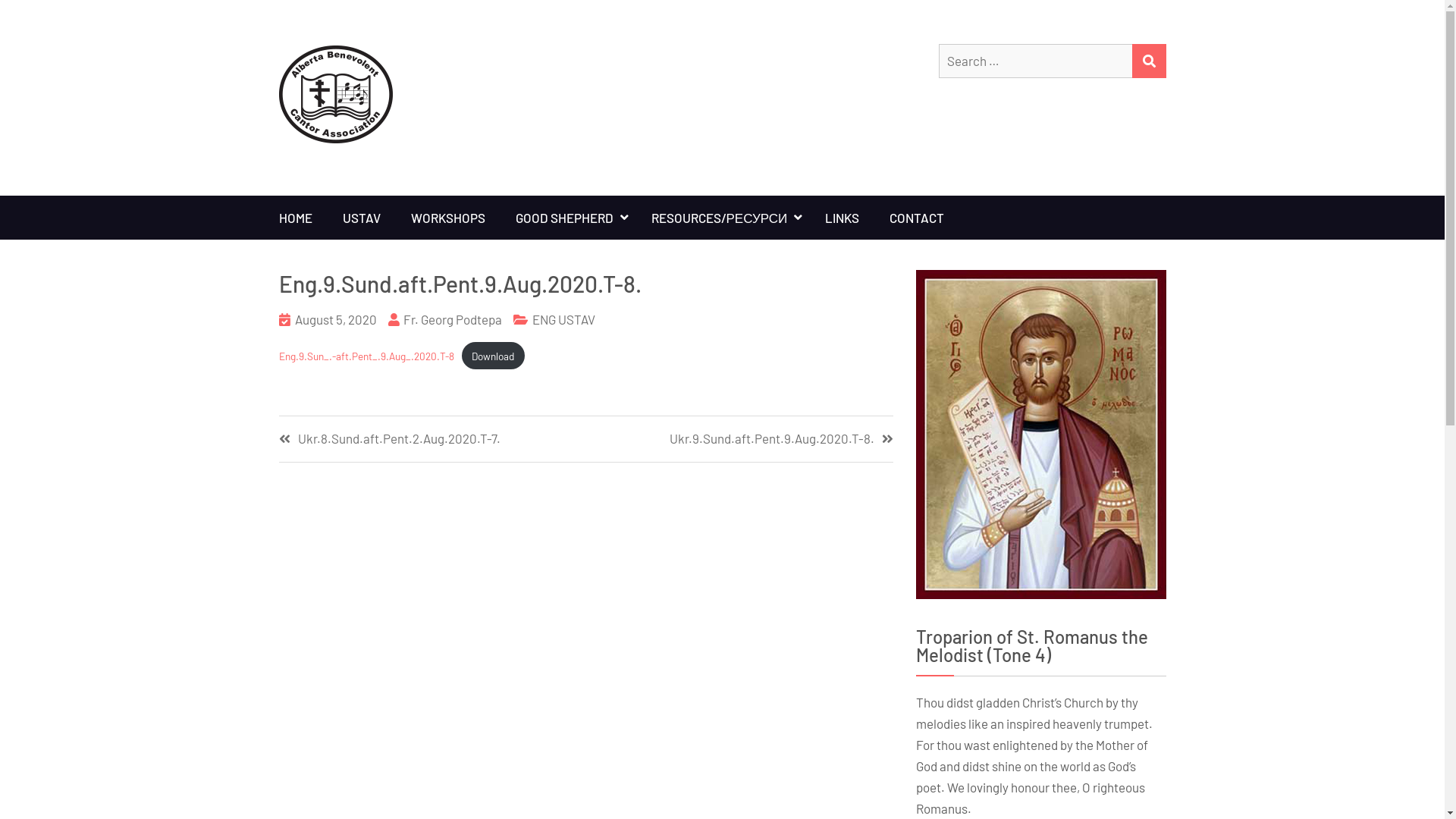 The width and height of the screenshot is (1456, 819). What do you see at coordinates (447, 217) in the screenshot?
I see `'WORKSHOPS'` at bounding box center [447, 217].